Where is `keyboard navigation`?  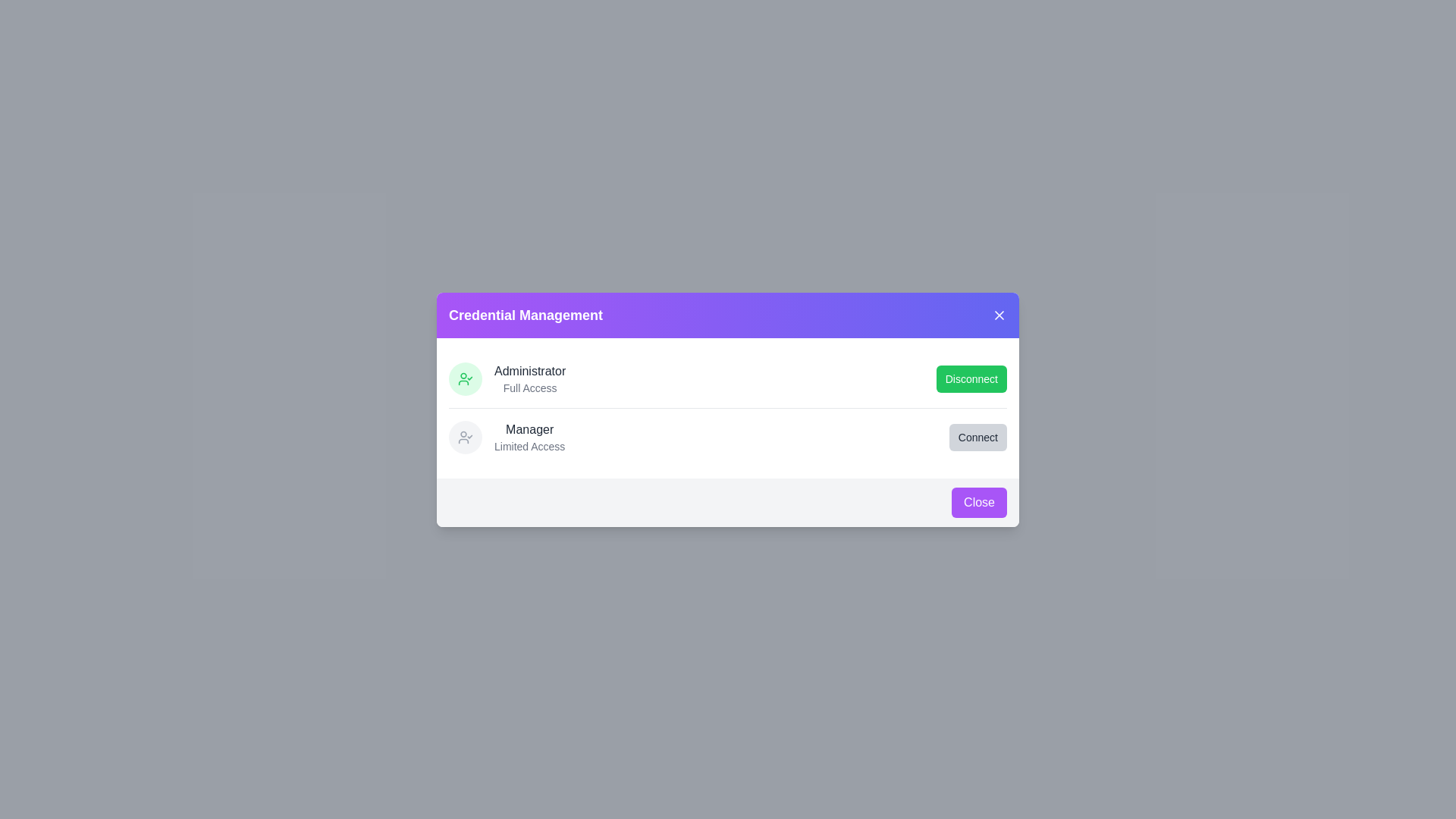
keyboard navigation is located at coordinates (977, 437).